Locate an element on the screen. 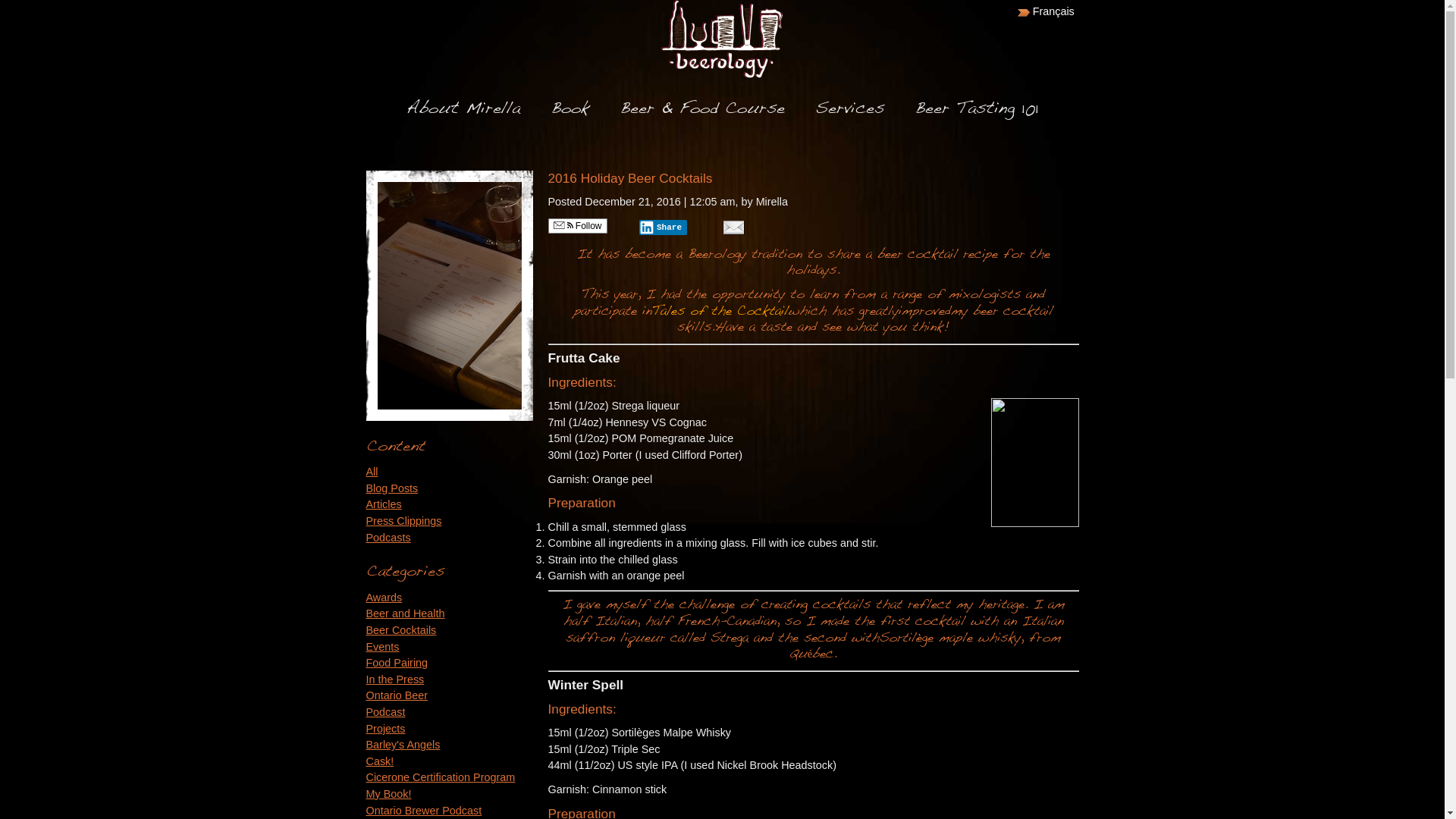  'My Book!' is located at coordinates (388, 792).